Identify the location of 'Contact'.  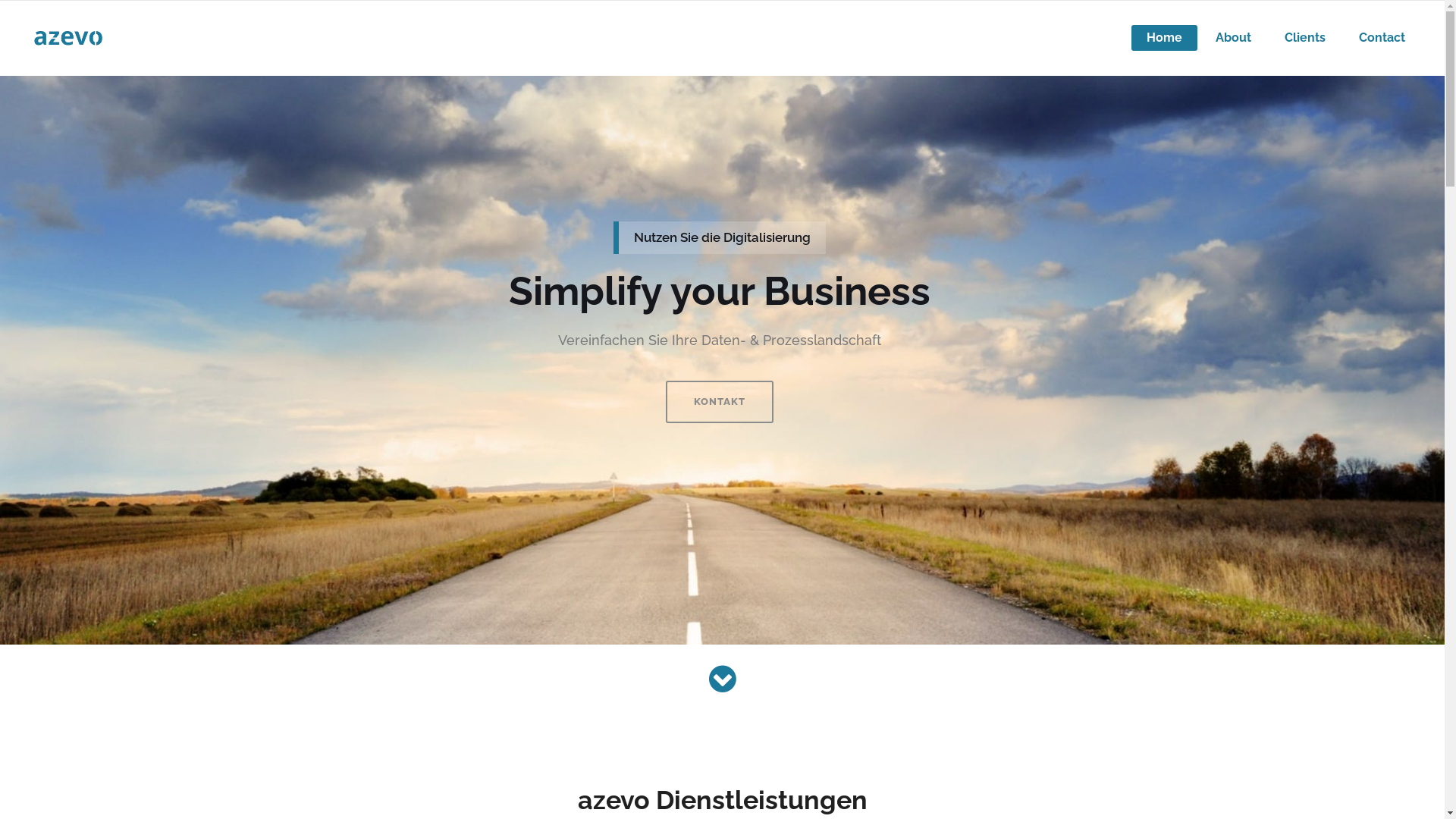
(1343, 37).